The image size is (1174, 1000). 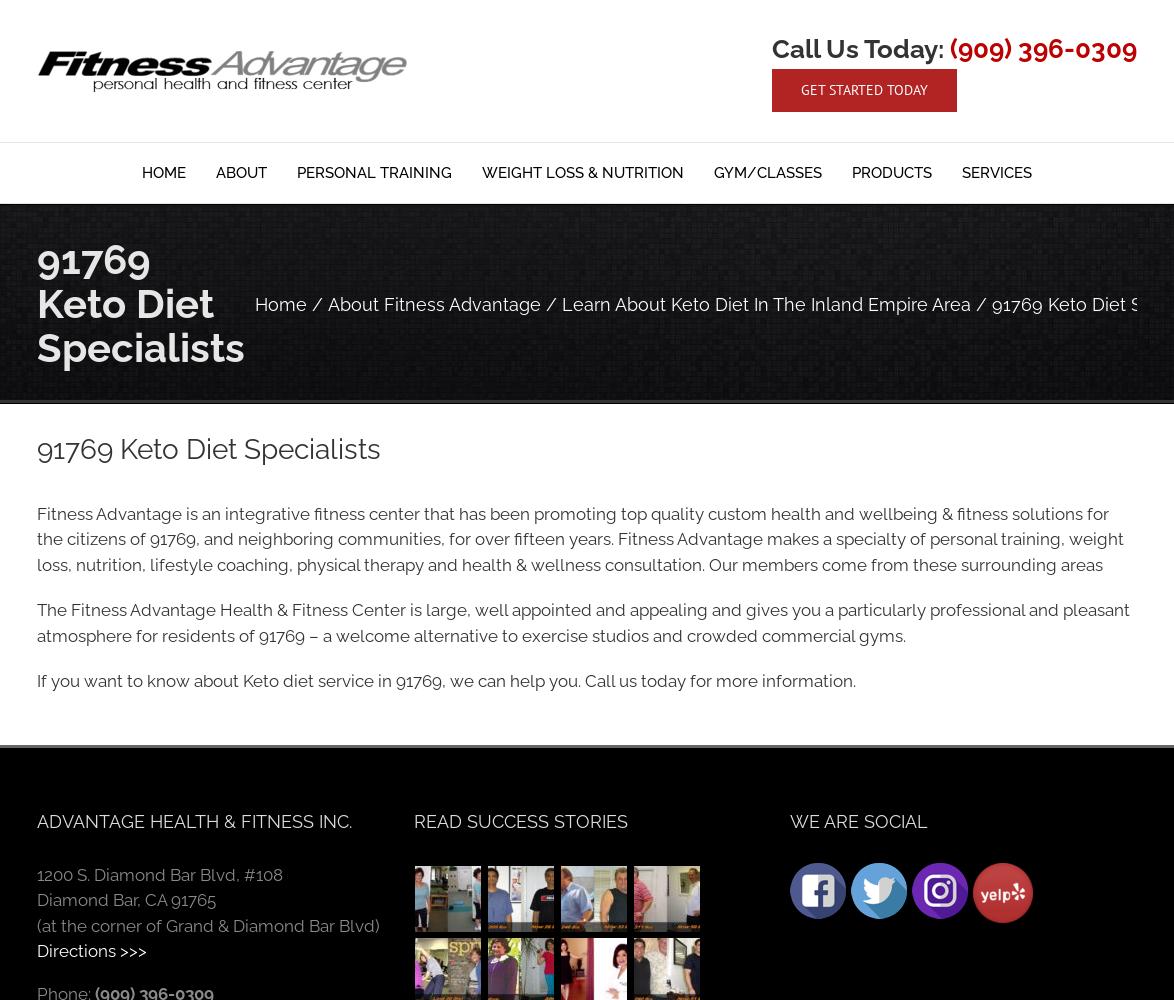 I want to click on 'HOME', so click(x=164, y=173).